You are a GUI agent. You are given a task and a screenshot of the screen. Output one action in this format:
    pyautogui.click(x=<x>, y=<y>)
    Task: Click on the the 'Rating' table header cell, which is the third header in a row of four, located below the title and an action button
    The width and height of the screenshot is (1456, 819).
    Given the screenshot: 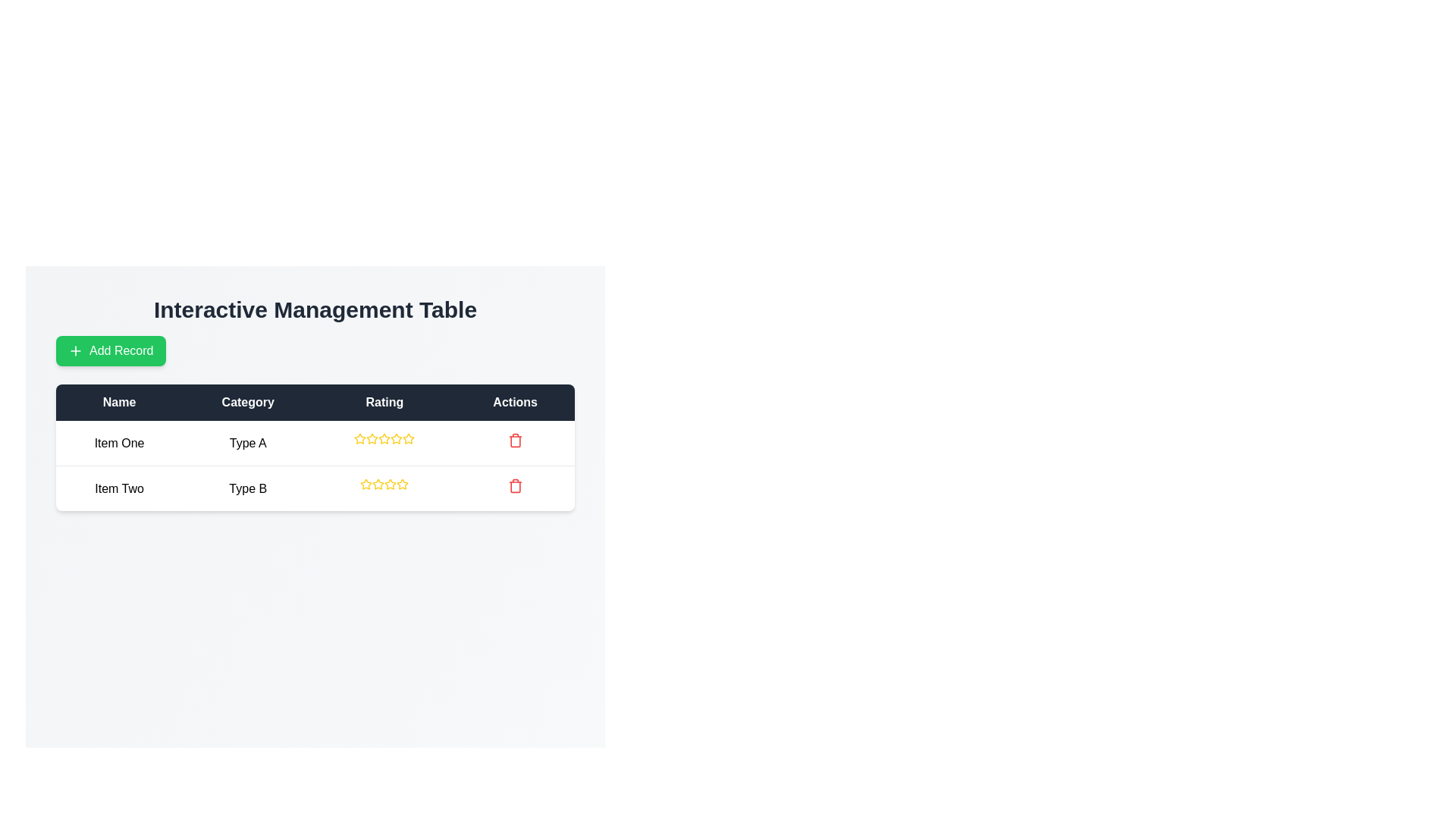 What is the action you would take?
    pyautogui.click(x=384, y=402)
    